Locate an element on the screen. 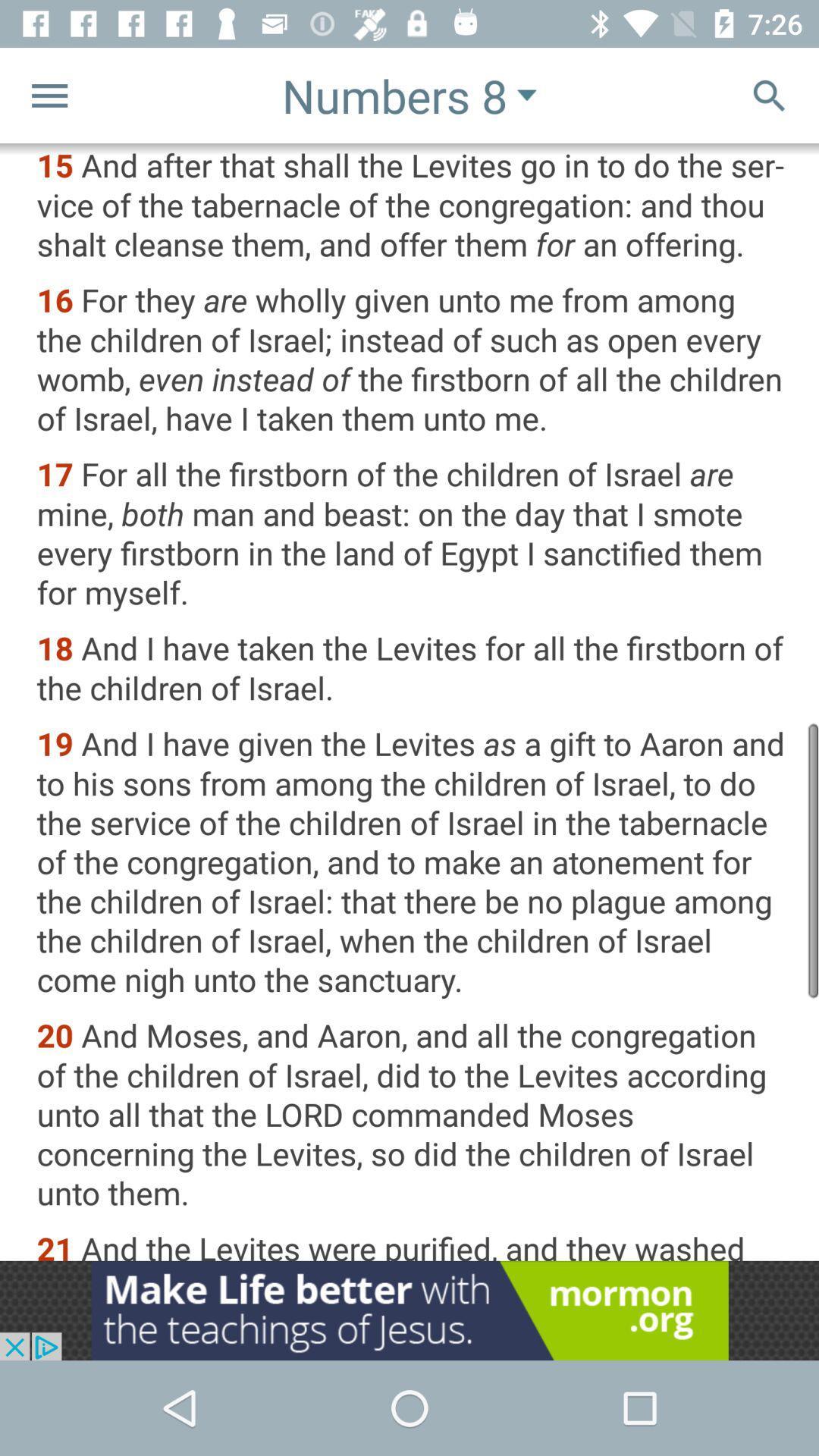 The height and width of the screenshot is (1456, 819). the menu icon is located at coordinates (49, 94).